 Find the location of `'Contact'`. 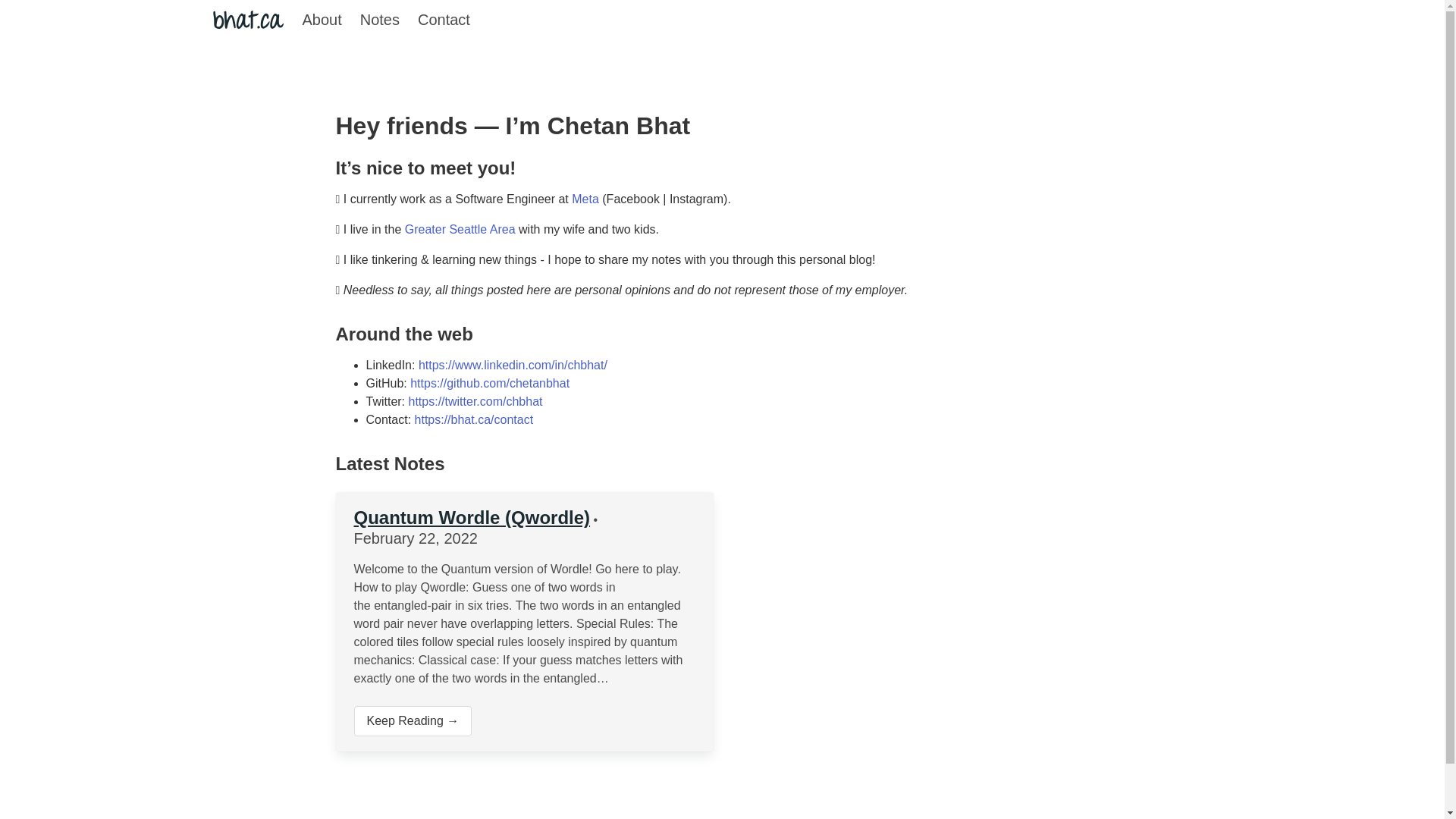

'Contact' is located at coordinates (443, 20).